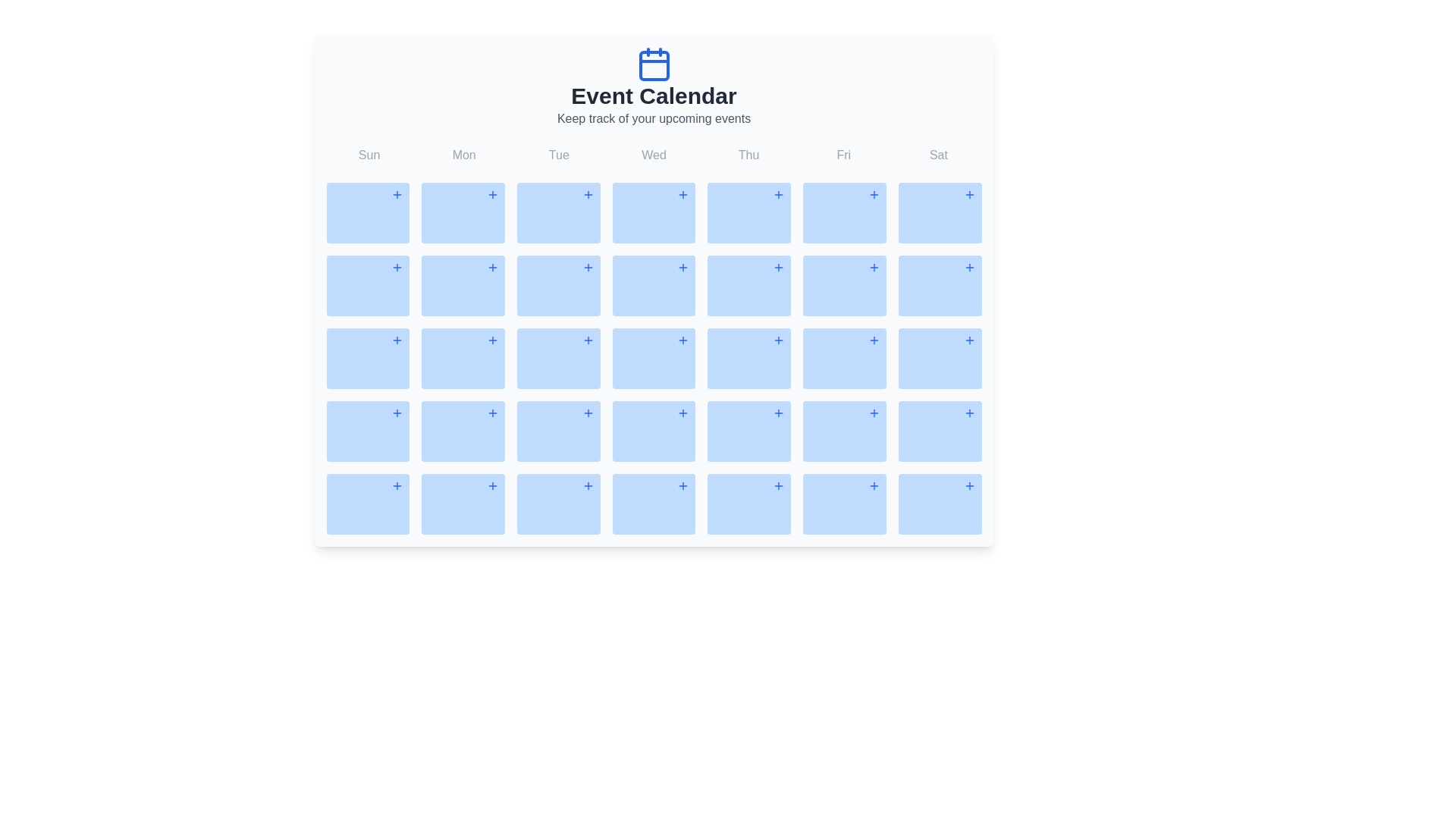 The height and width of the screenshot is (819, 1456). I want to click on the calendar grid item, a rectangular tile with a blue background and a plus symbol in the top-right corner, so click(463, 359).